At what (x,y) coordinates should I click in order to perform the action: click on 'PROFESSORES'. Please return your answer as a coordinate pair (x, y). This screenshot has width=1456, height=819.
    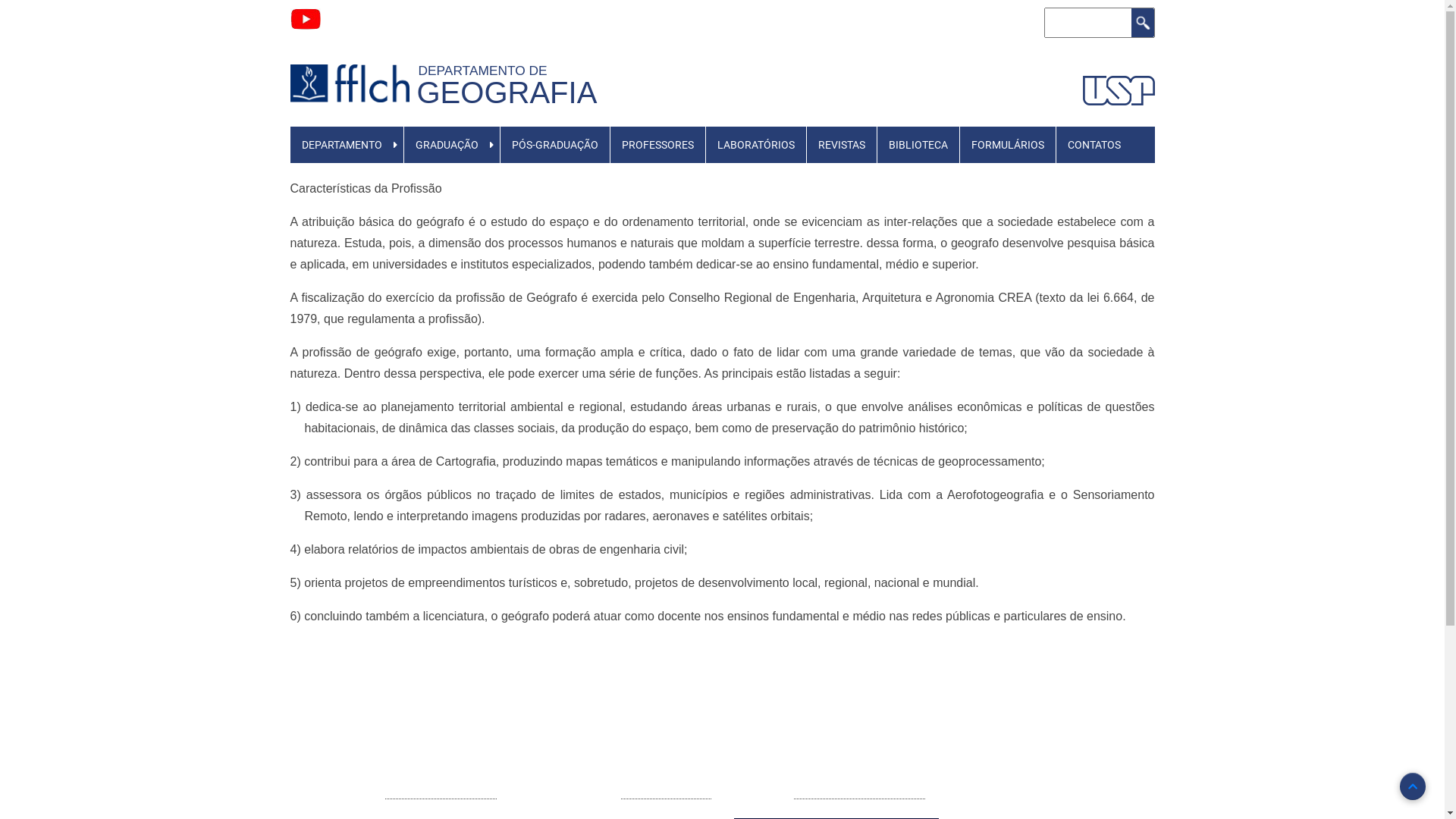
    Looking at the image, I should click on (657, 145).